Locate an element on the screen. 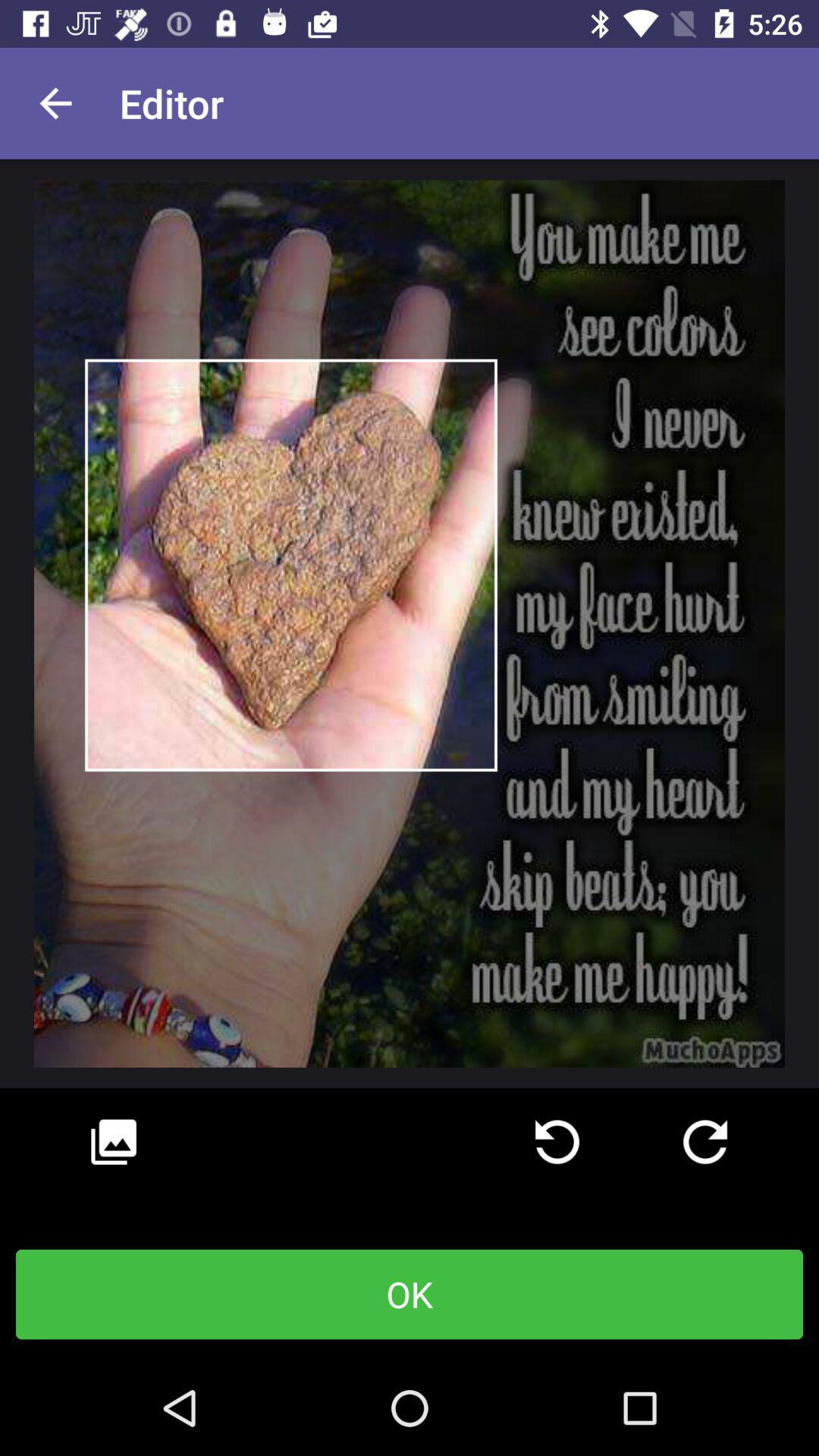 The height and width of the screenshot is (1456, 819). the wallpaper icon is located at coordinates (113, 1142).